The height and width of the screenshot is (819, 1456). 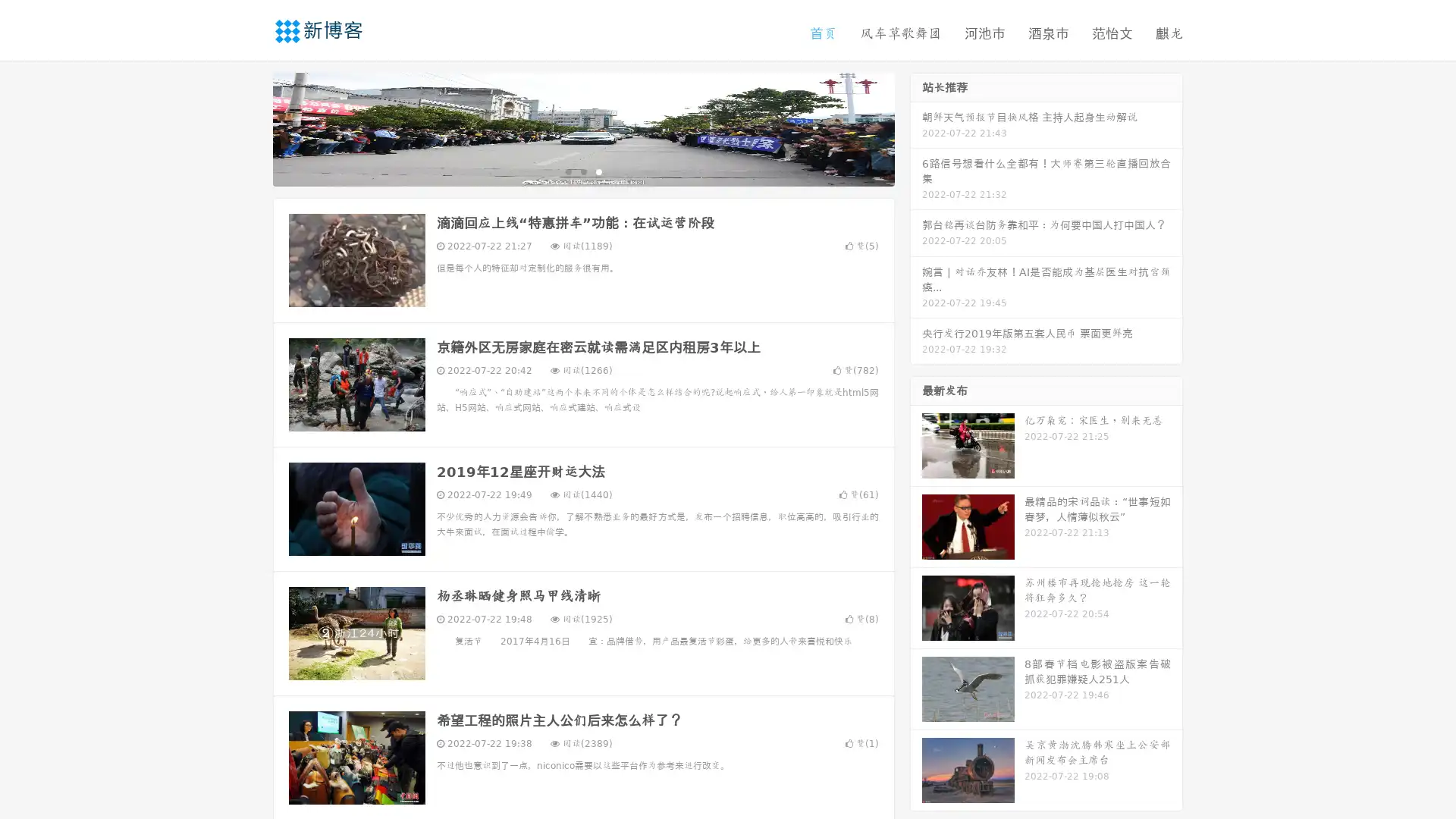 I want to click on Previous slide, so click(x=250, y=127).